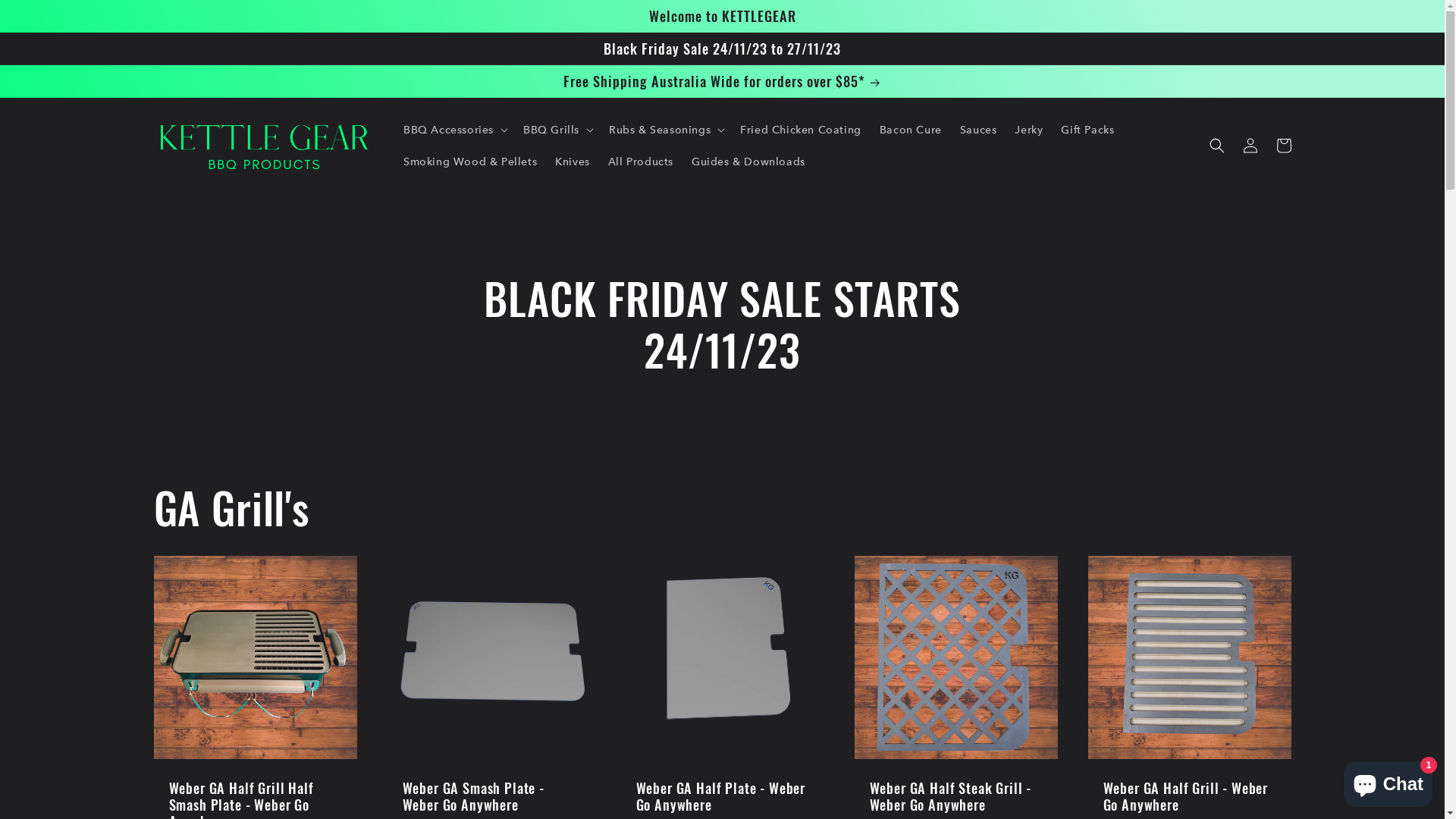  I want to click on 'Gift Packs', so click(1087, 128).